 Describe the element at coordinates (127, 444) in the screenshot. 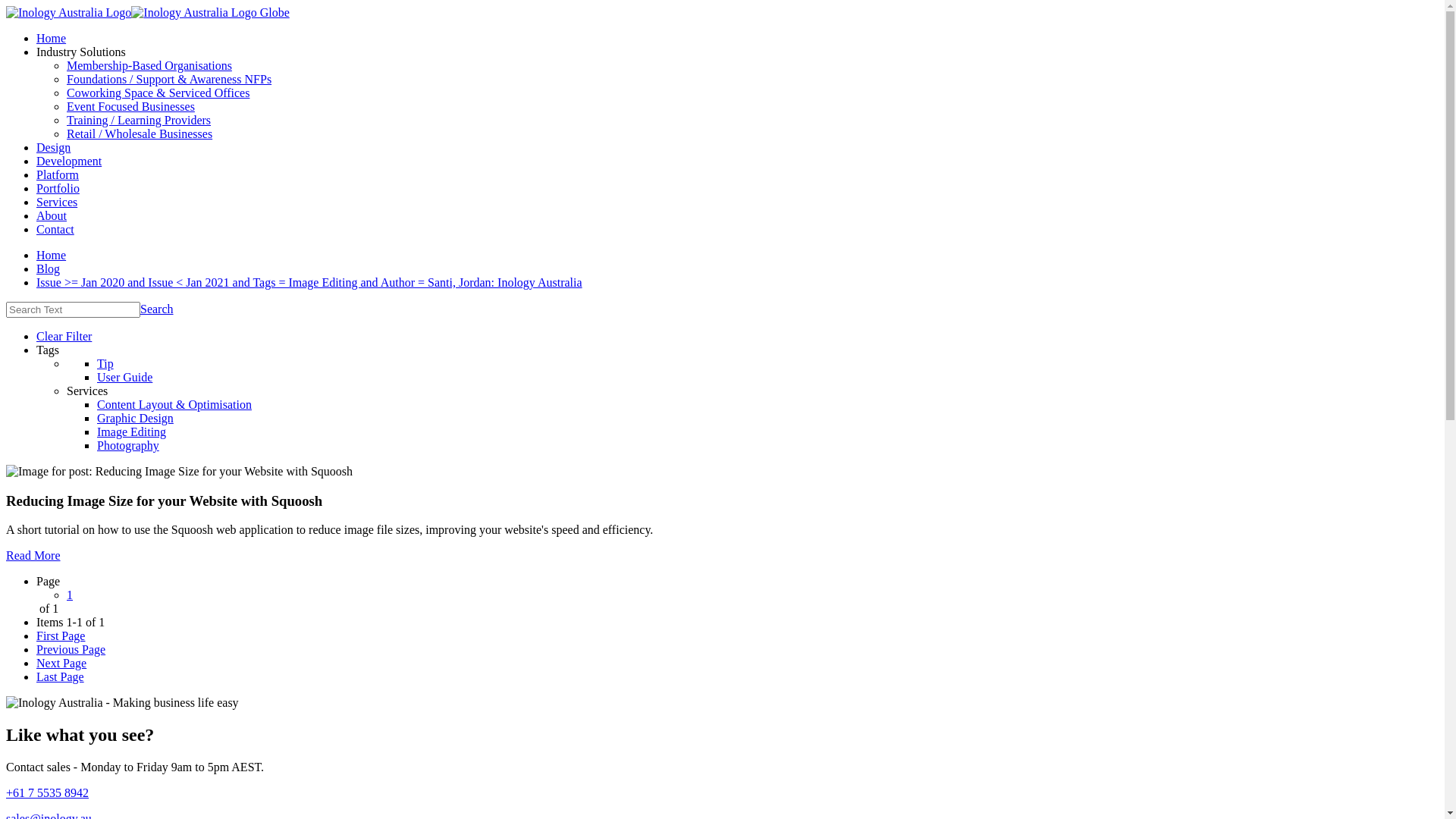

I see `'Photography'` at that location.